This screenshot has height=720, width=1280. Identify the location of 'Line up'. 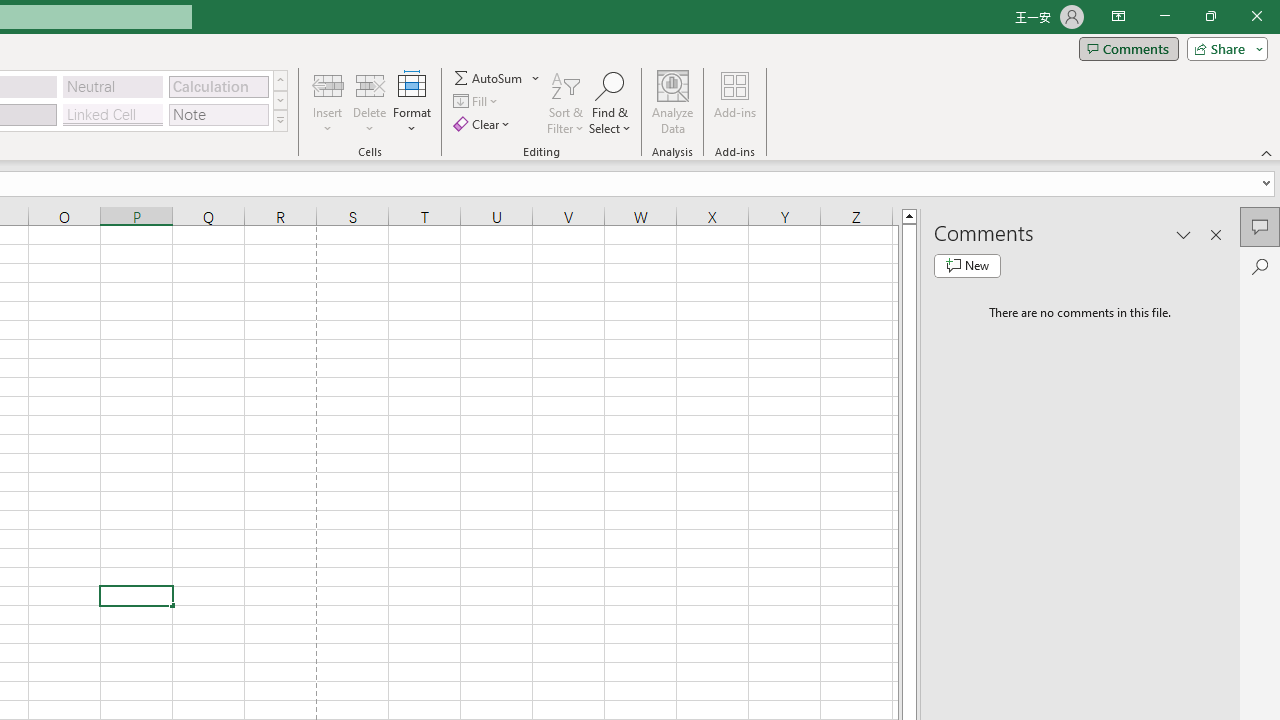
(908, 215).